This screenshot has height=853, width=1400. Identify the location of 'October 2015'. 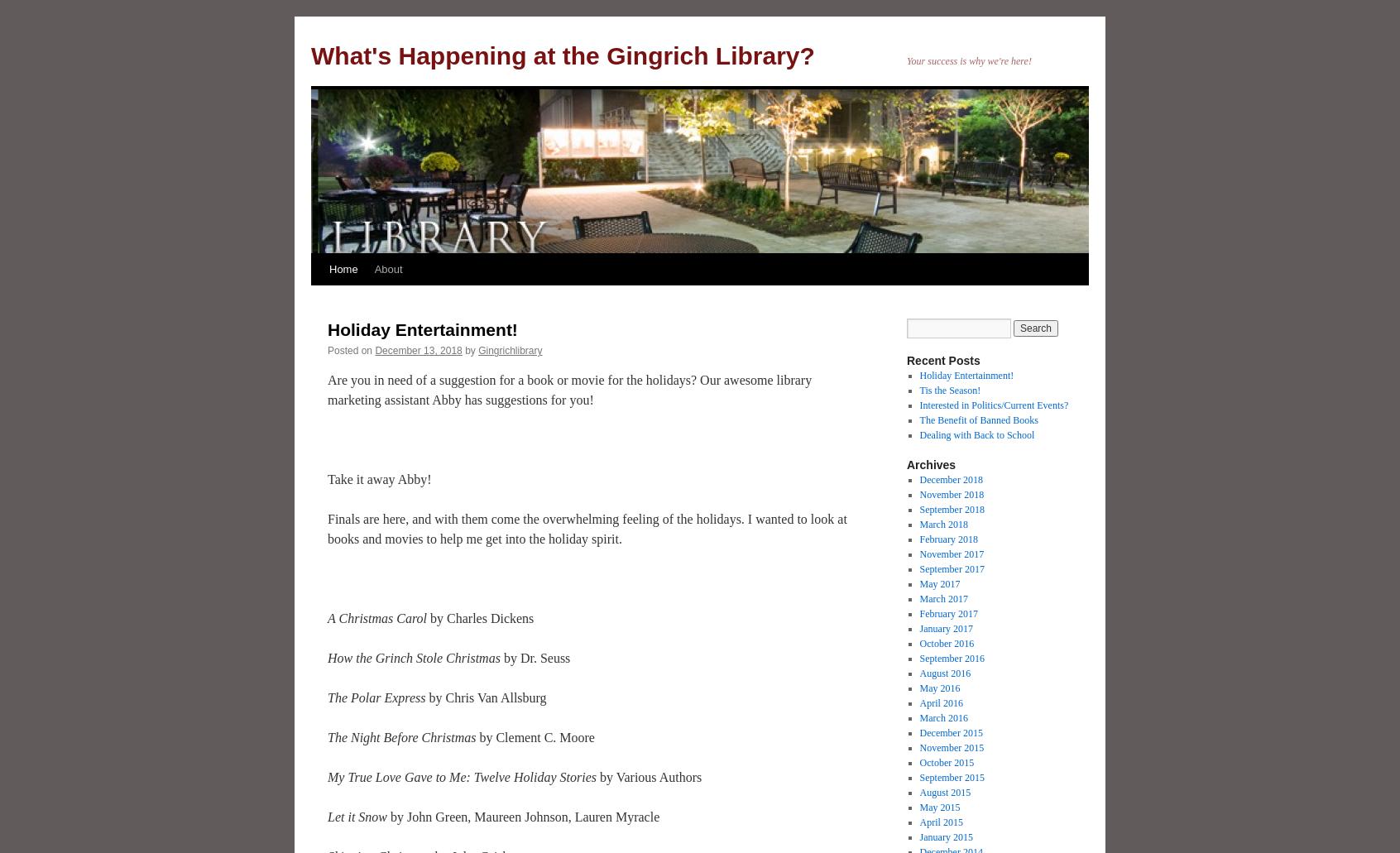
(945, 763).